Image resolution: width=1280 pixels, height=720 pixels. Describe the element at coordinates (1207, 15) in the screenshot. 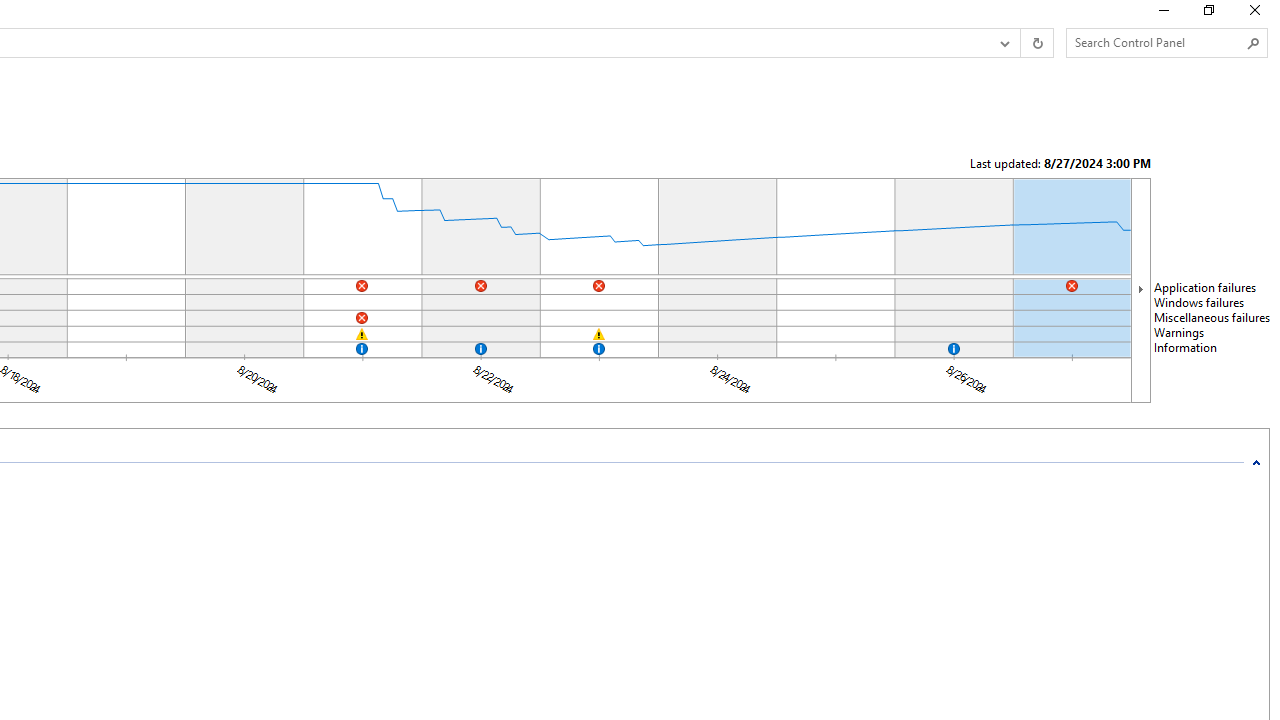

I see `'Restore'` at that location.